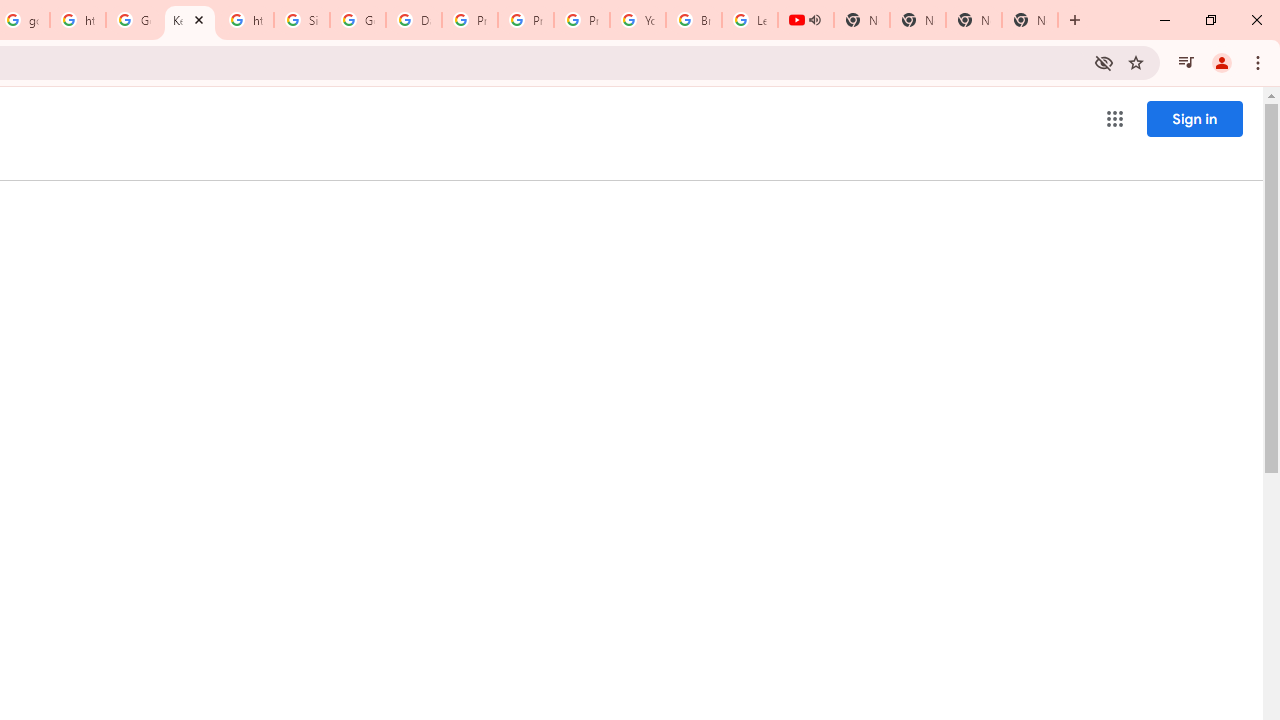 Image resolution: width=1280 pixels, height=720 pixels. Describe the element at coordinates (301, 20) in the screenshot. I see `'Sign in - Google Accounts'` at that location.